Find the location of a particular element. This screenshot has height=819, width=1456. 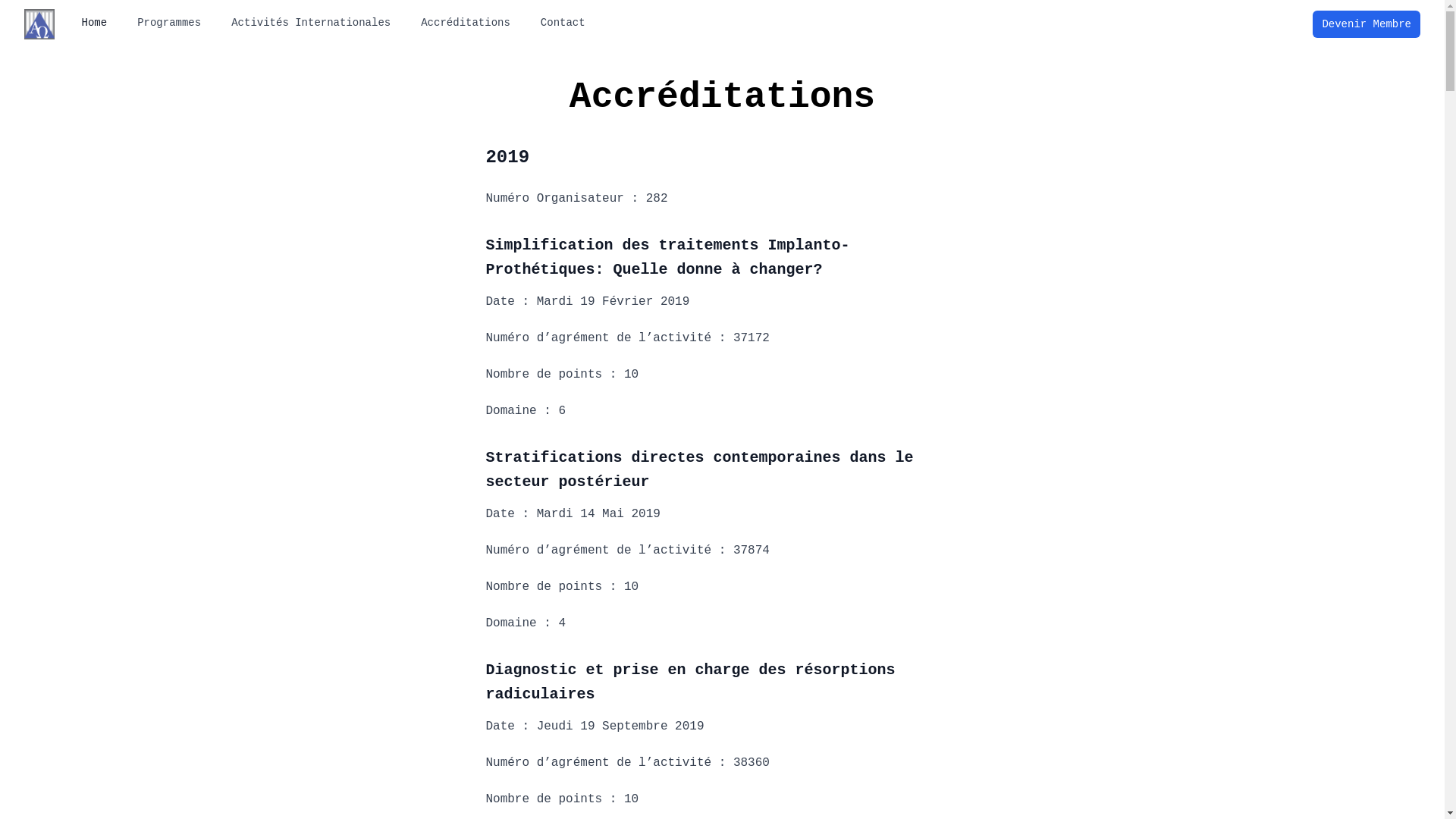

'Programmes' is located at coordinates (168, 23).